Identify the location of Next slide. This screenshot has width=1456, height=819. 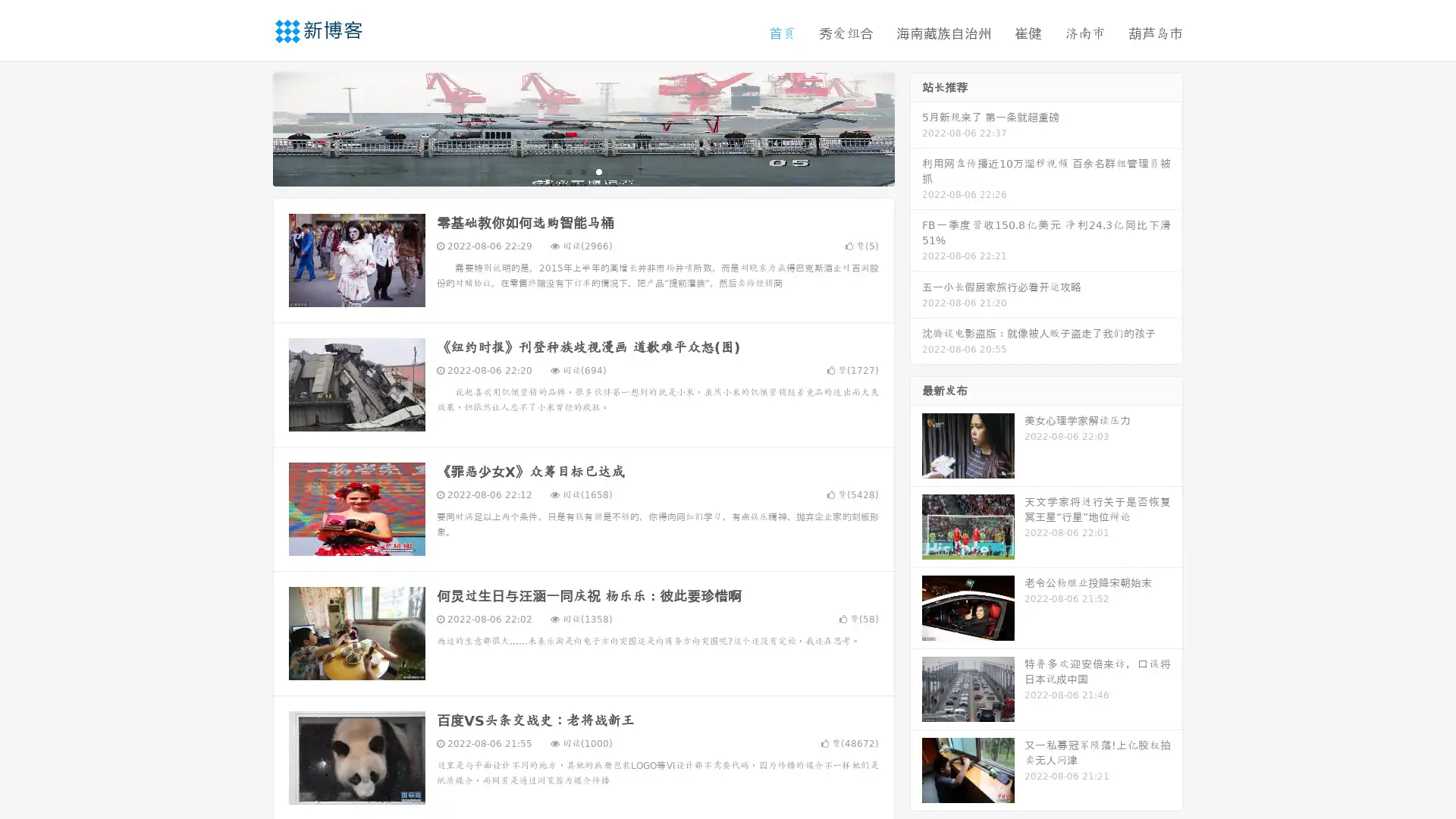
(916, 127).